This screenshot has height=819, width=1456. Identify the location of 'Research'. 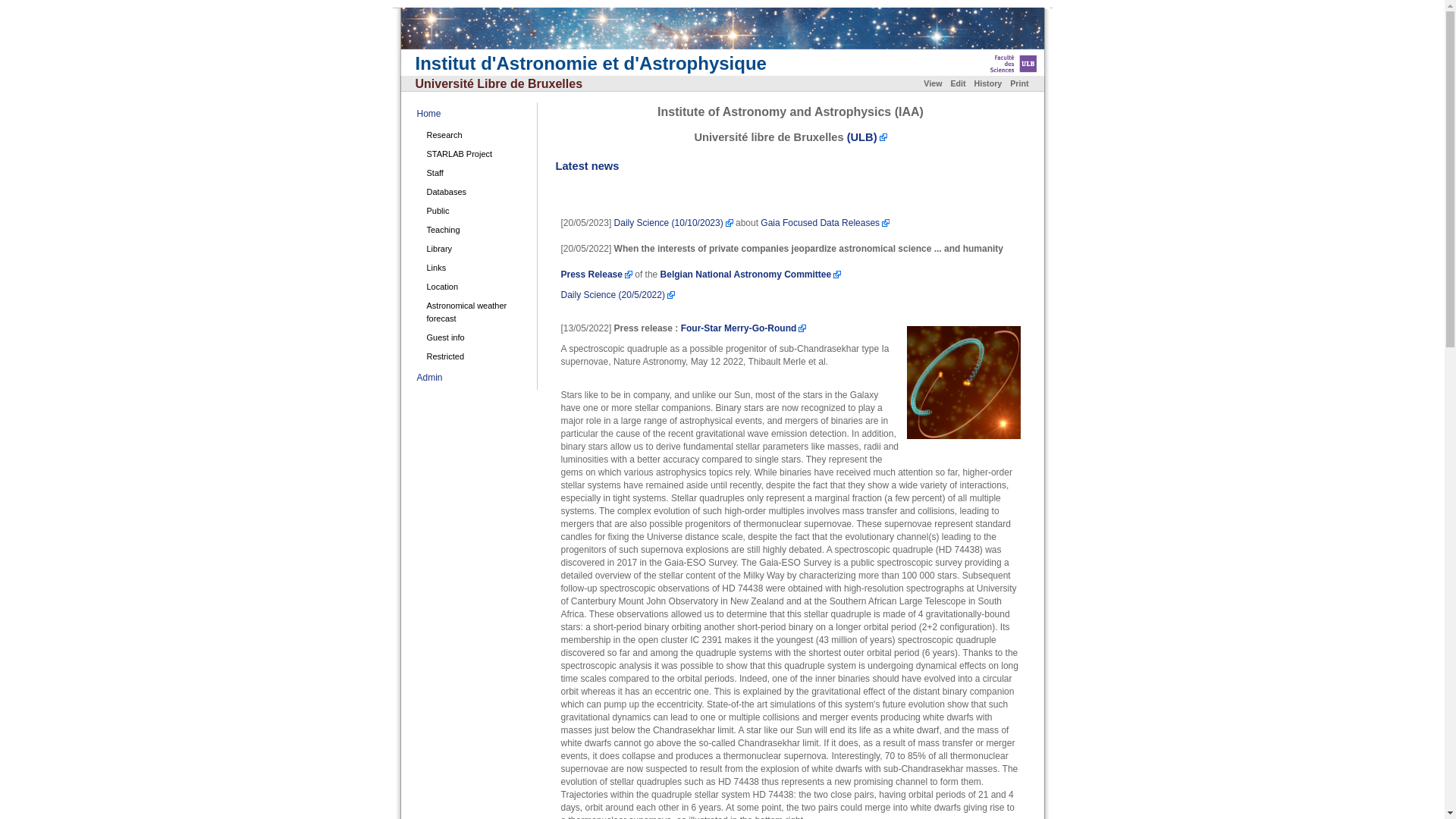
(475, 134).